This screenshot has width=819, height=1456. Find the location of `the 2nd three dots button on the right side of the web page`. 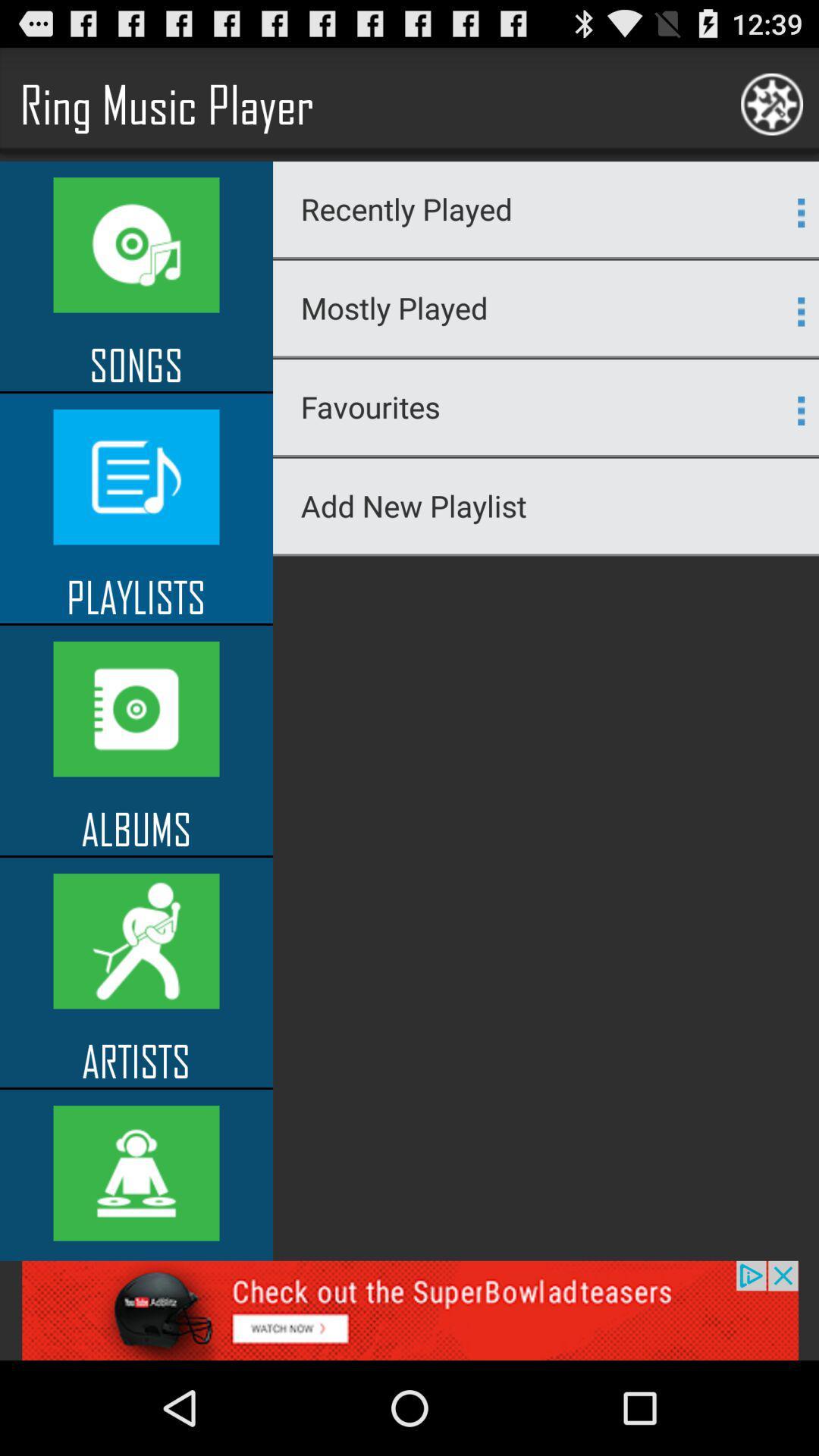

the 2nd three dots button on the right side of the web page is located at coordinates (800, 311).